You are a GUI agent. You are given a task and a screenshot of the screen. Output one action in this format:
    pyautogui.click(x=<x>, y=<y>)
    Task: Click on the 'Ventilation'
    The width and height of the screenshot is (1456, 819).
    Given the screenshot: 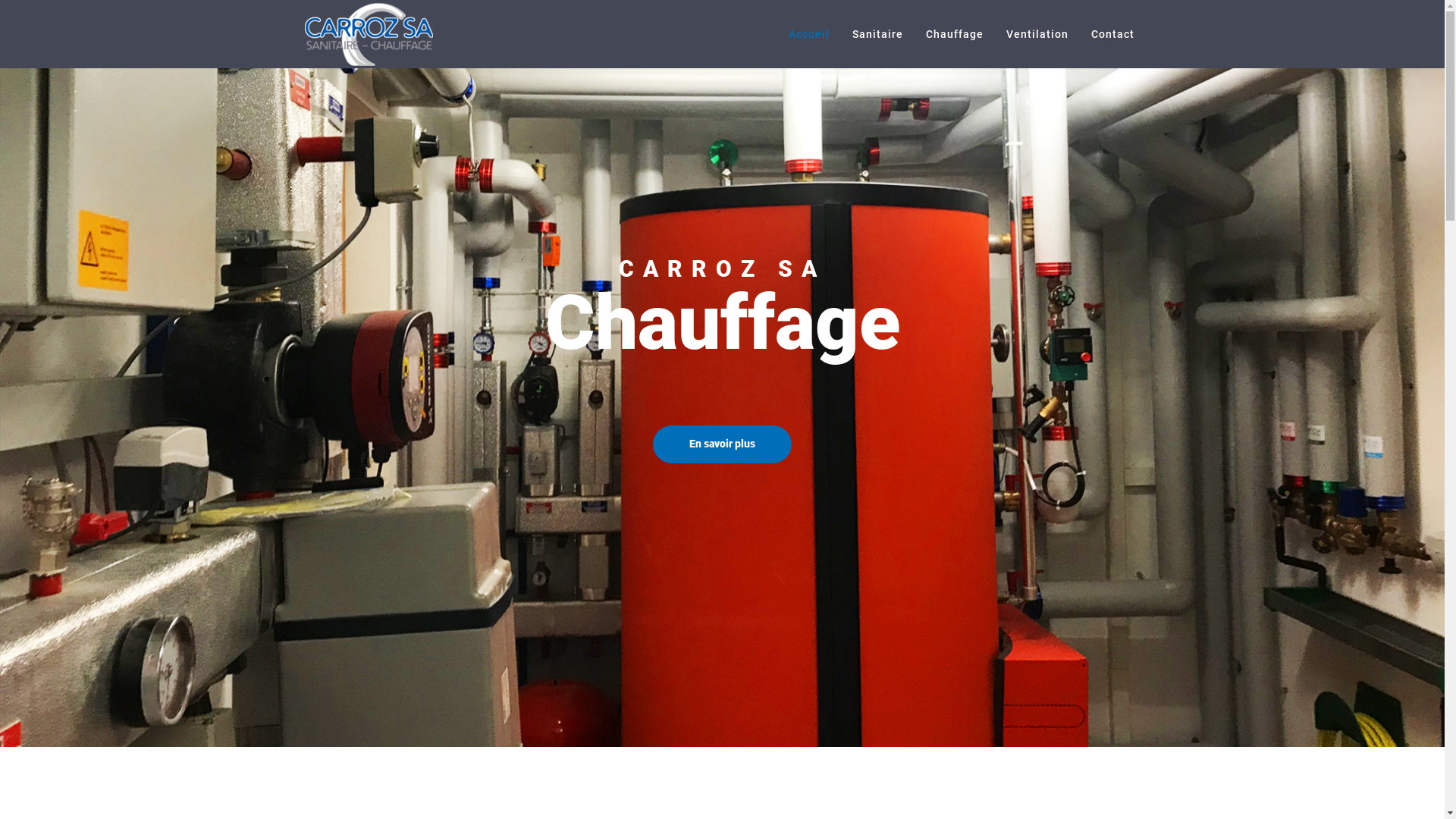 What is the action you would take?
    pyautogui.click(x=994, y=34)
    